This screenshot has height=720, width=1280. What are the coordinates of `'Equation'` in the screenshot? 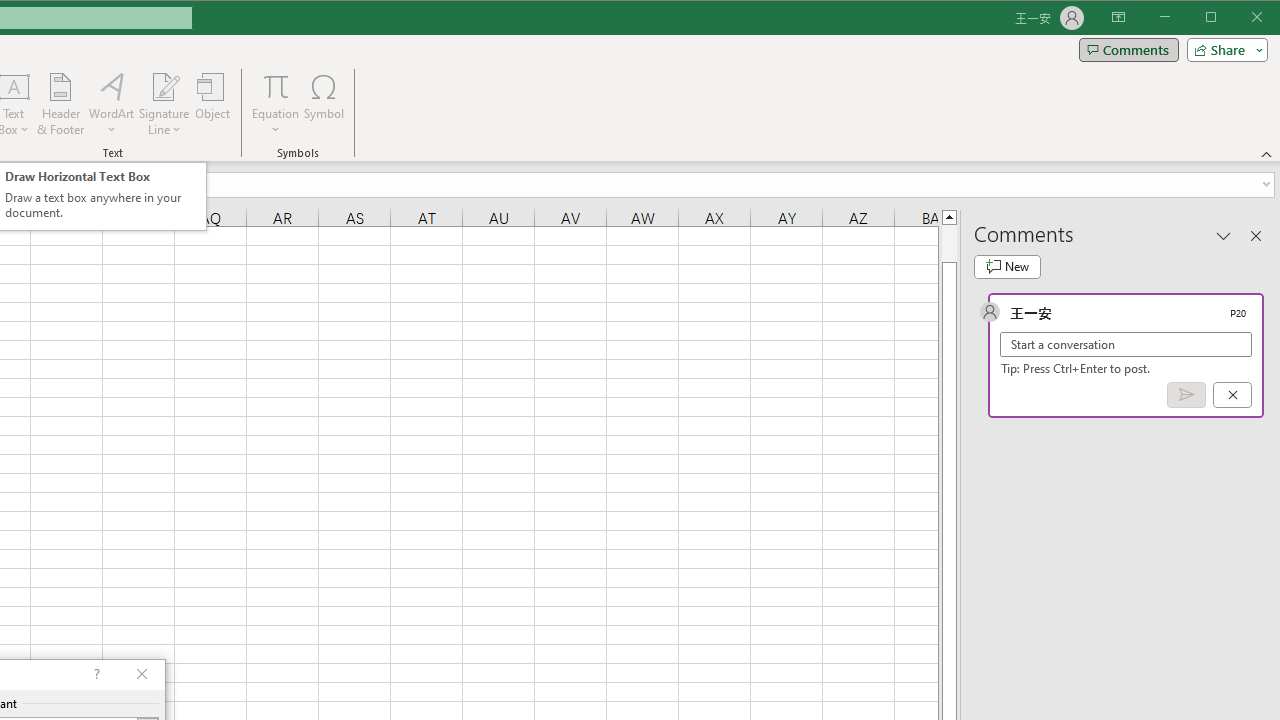 It's located at (274, 85).